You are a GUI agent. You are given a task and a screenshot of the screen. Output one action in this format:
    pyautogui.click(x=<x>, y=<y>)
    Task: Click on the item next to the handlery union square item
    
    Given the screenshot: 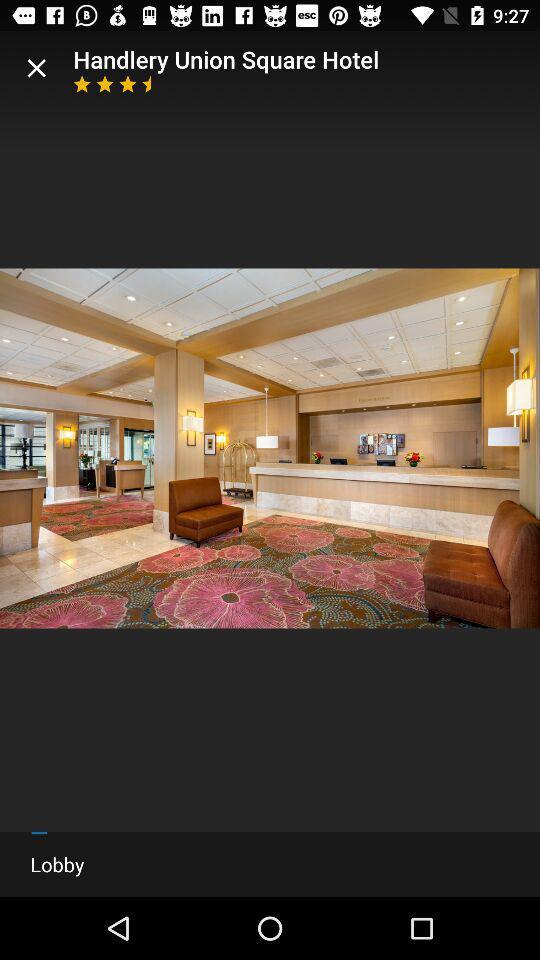 What is the action you would take?
    pyautogui.click(x=36, y=68)
    